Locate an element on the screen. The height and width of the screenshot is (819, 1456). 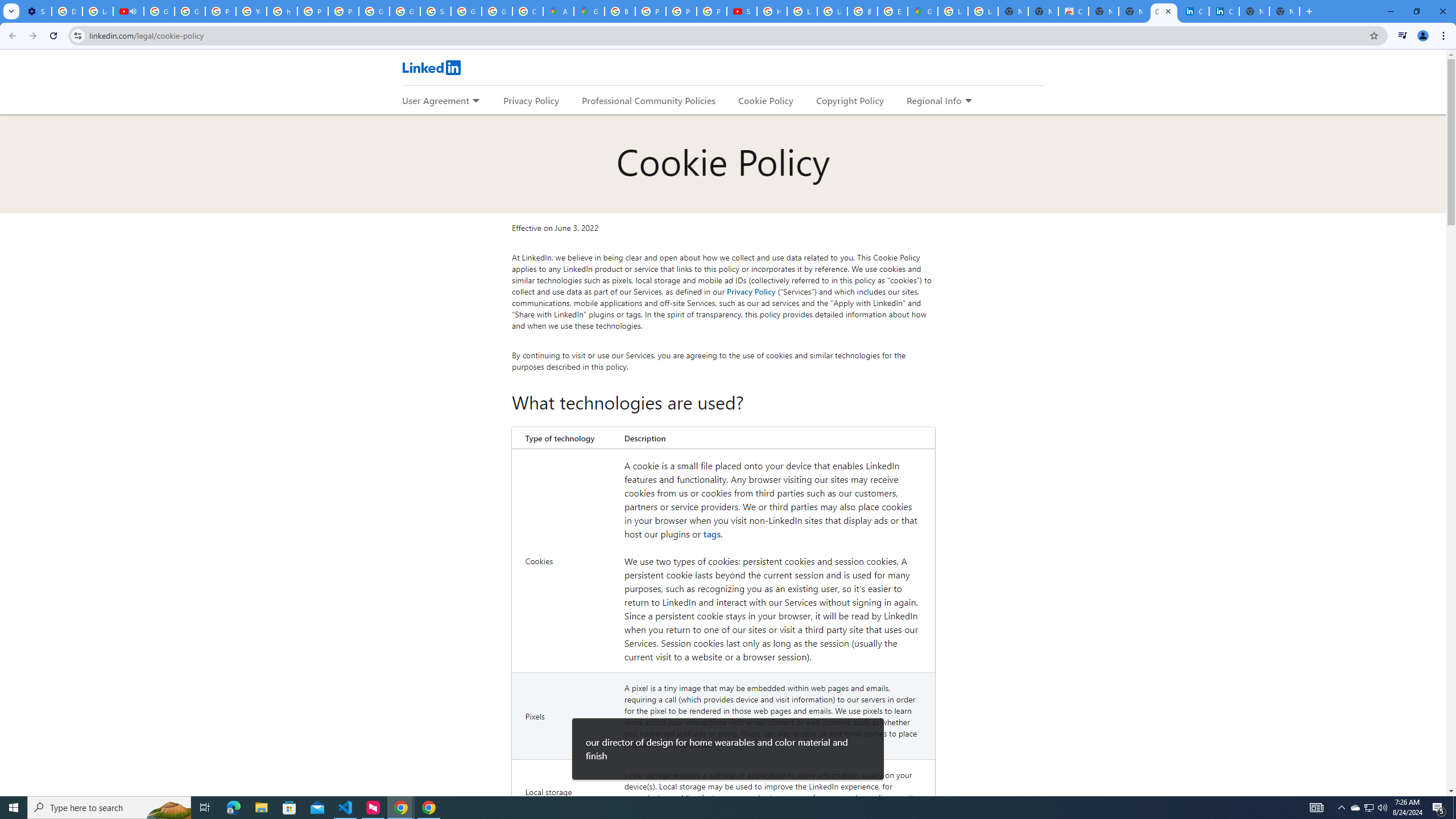
'Expand to show more links for User Agreement' is located at coordinates (475, 101).